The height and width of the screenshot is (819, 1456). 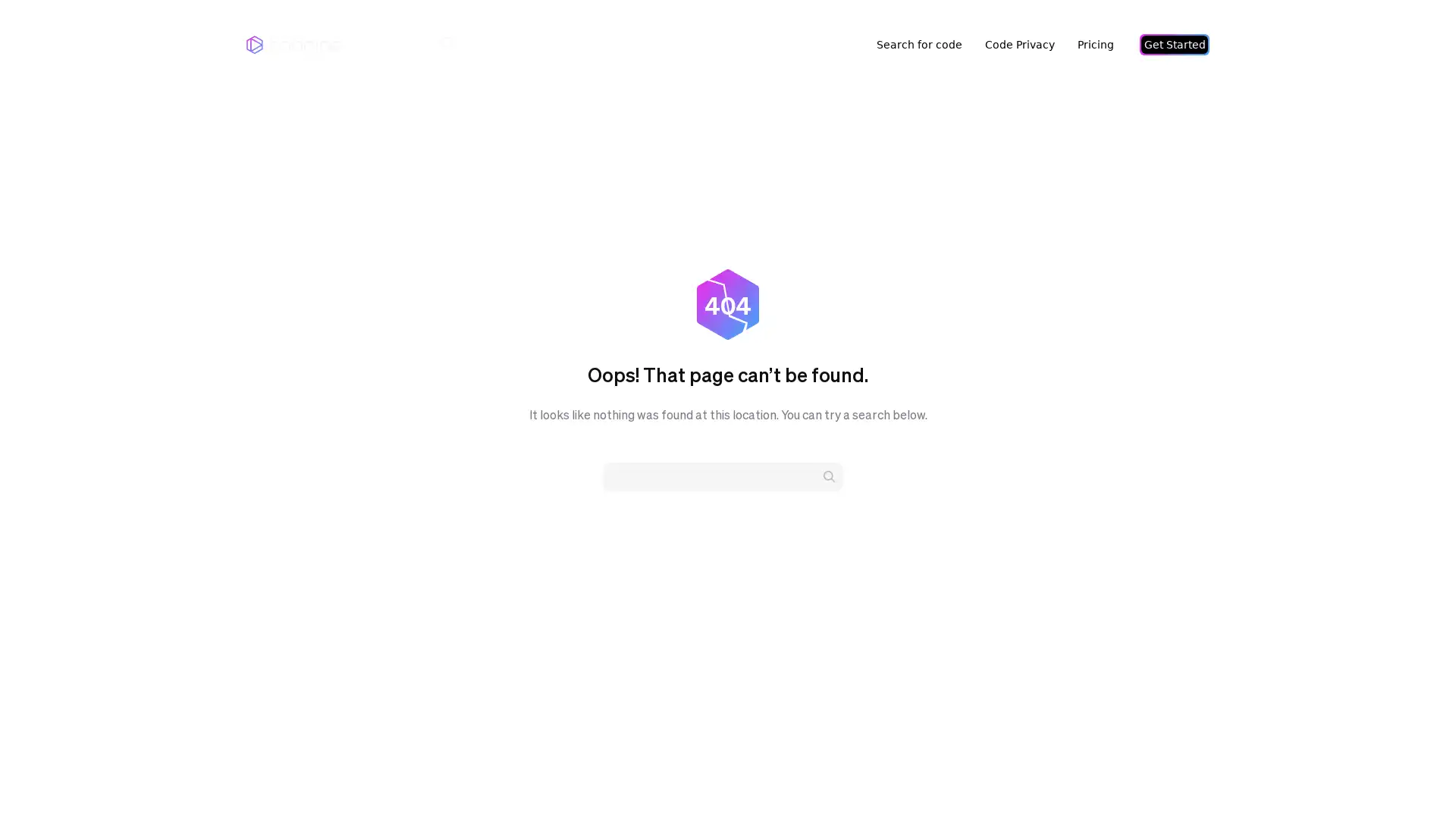 What do you see at coordinates (1410, 778) in the screenshot?
I see `Open` at bounding box center [1410, 778].